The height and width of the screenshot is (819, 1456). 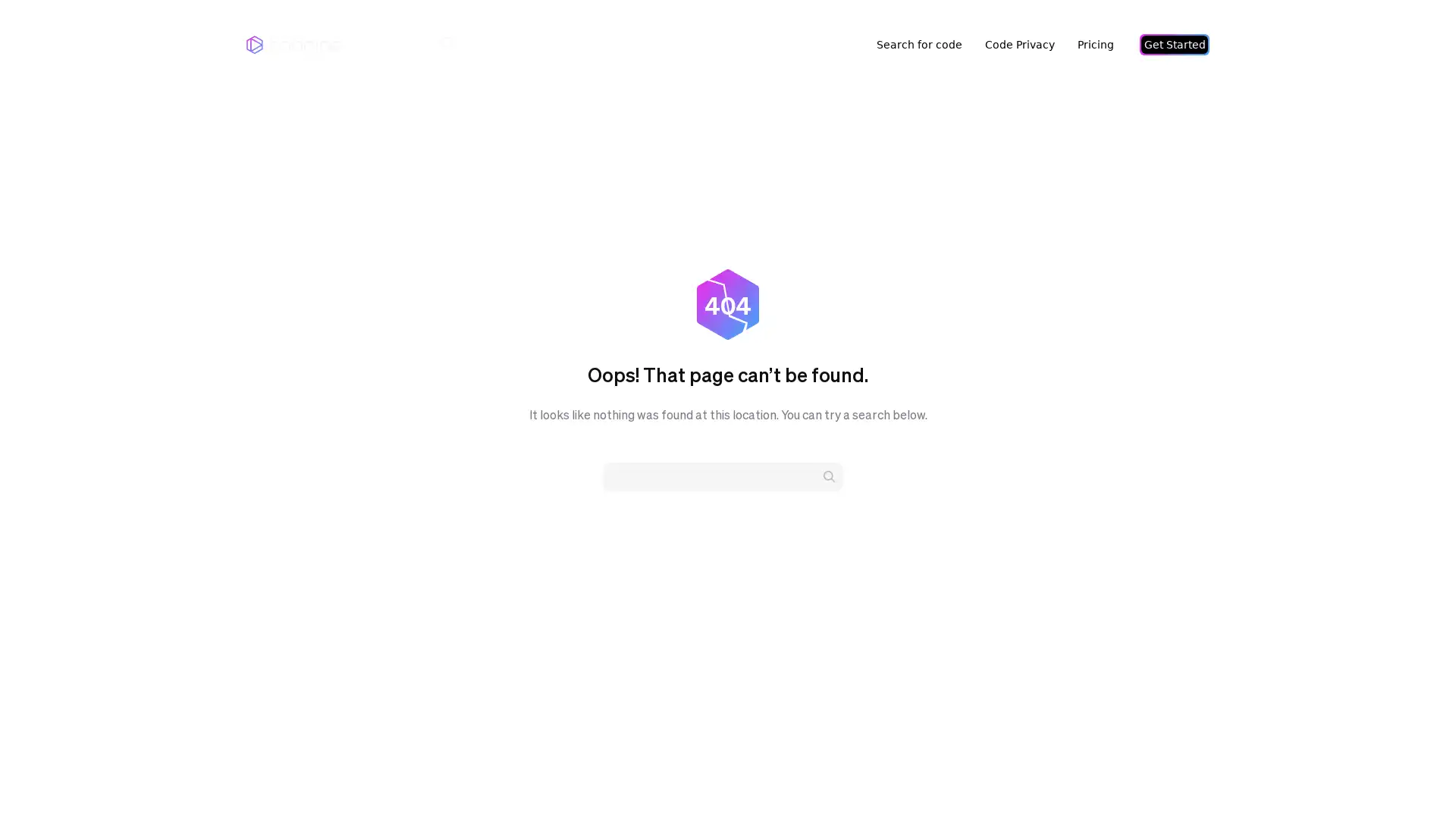 What do you see at coordinates (1410, 778) in the screenshot?
I see `Open` at bounding box center [1410, 778].